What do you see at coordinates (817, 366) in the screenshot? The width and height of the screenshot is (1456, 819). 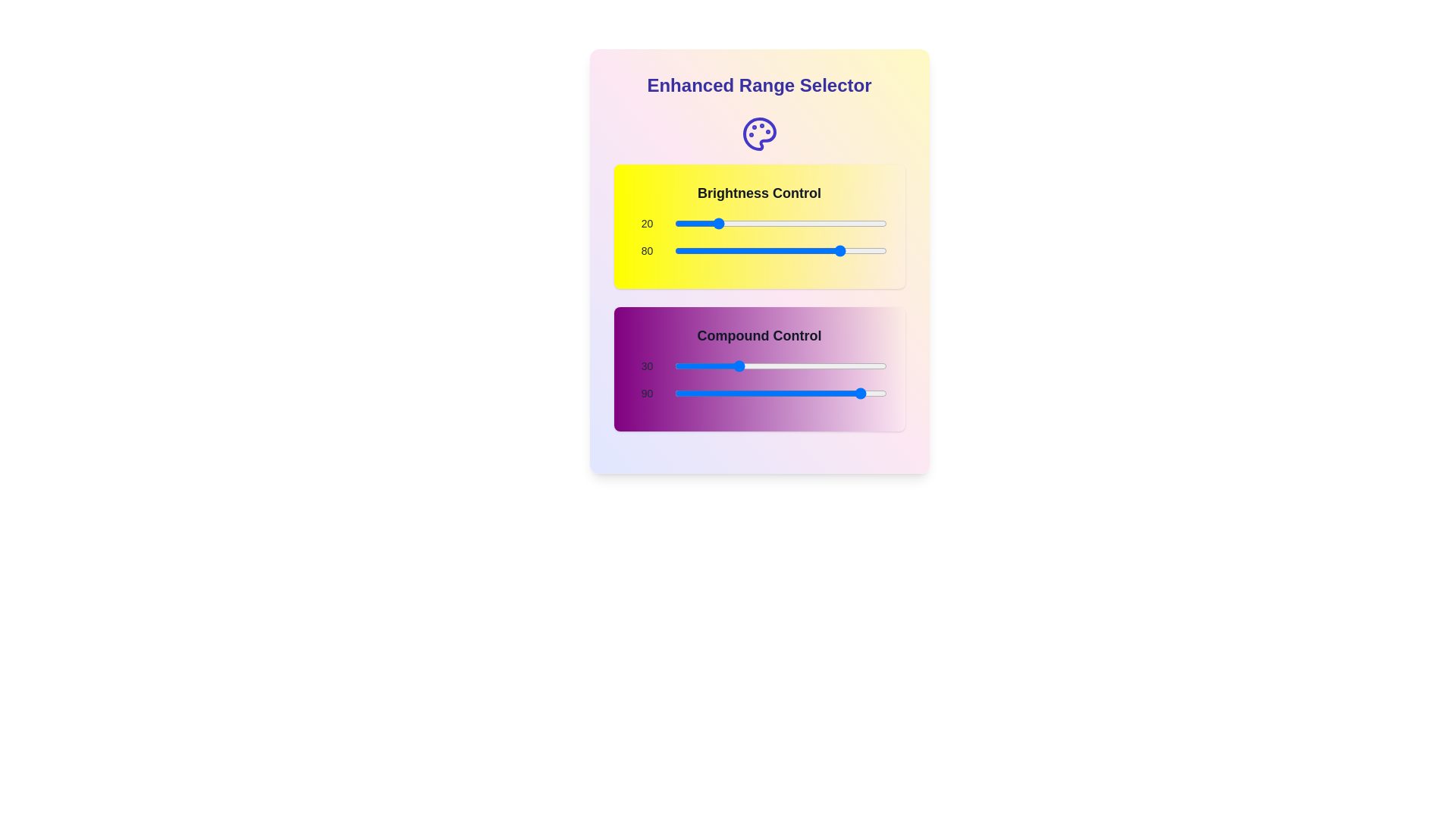 I see `the 'Compound Control' slider to 68 by dragging it to the corresponding position` at bounding box center [817, 366].